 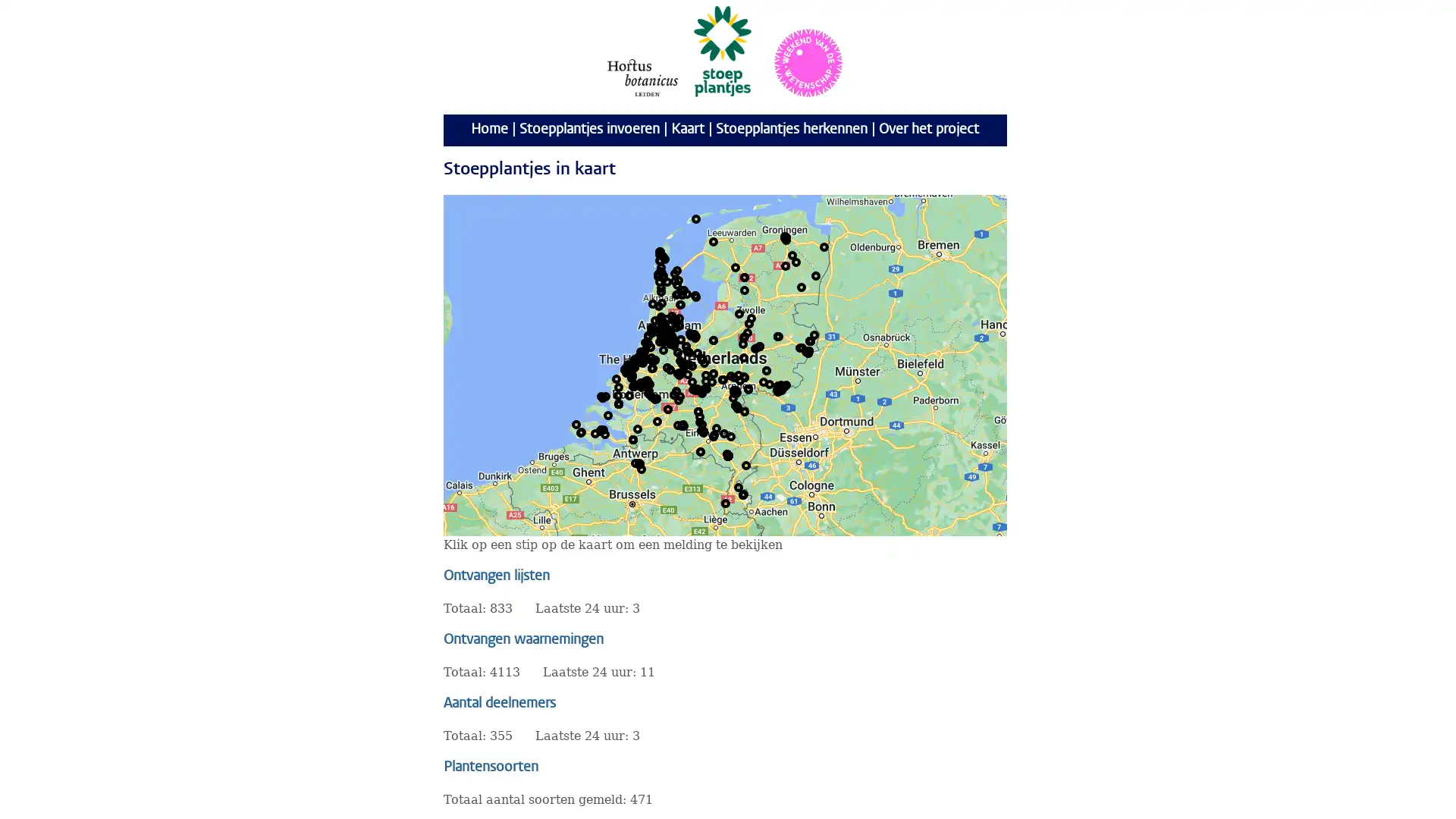 I want to click on Telling van Tas op 27 oktober 2021, so click(x=667, y=334).